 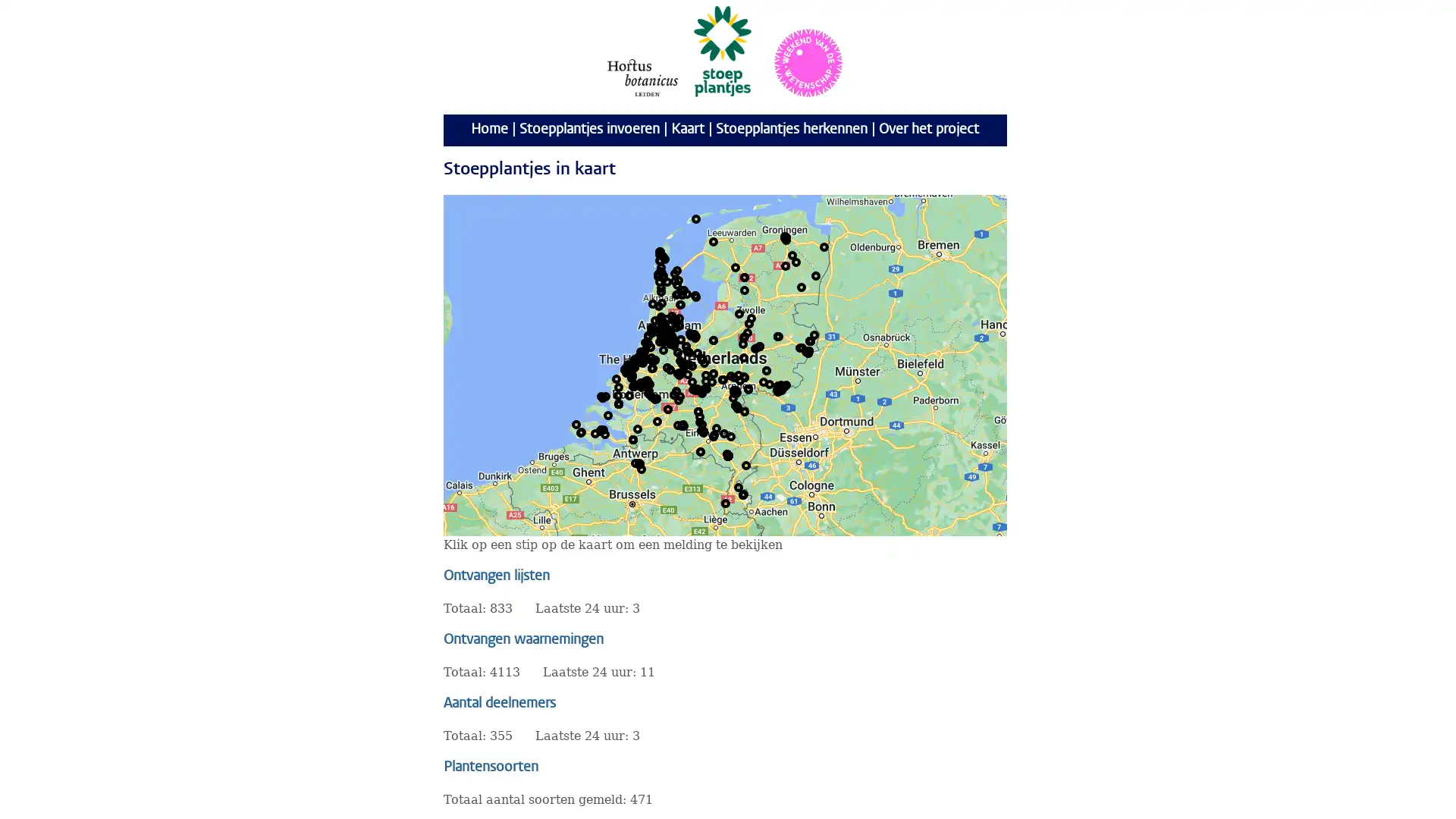 I want to click on Telling van Tas op 27 oktober 2021, so click(x=667, y=334).